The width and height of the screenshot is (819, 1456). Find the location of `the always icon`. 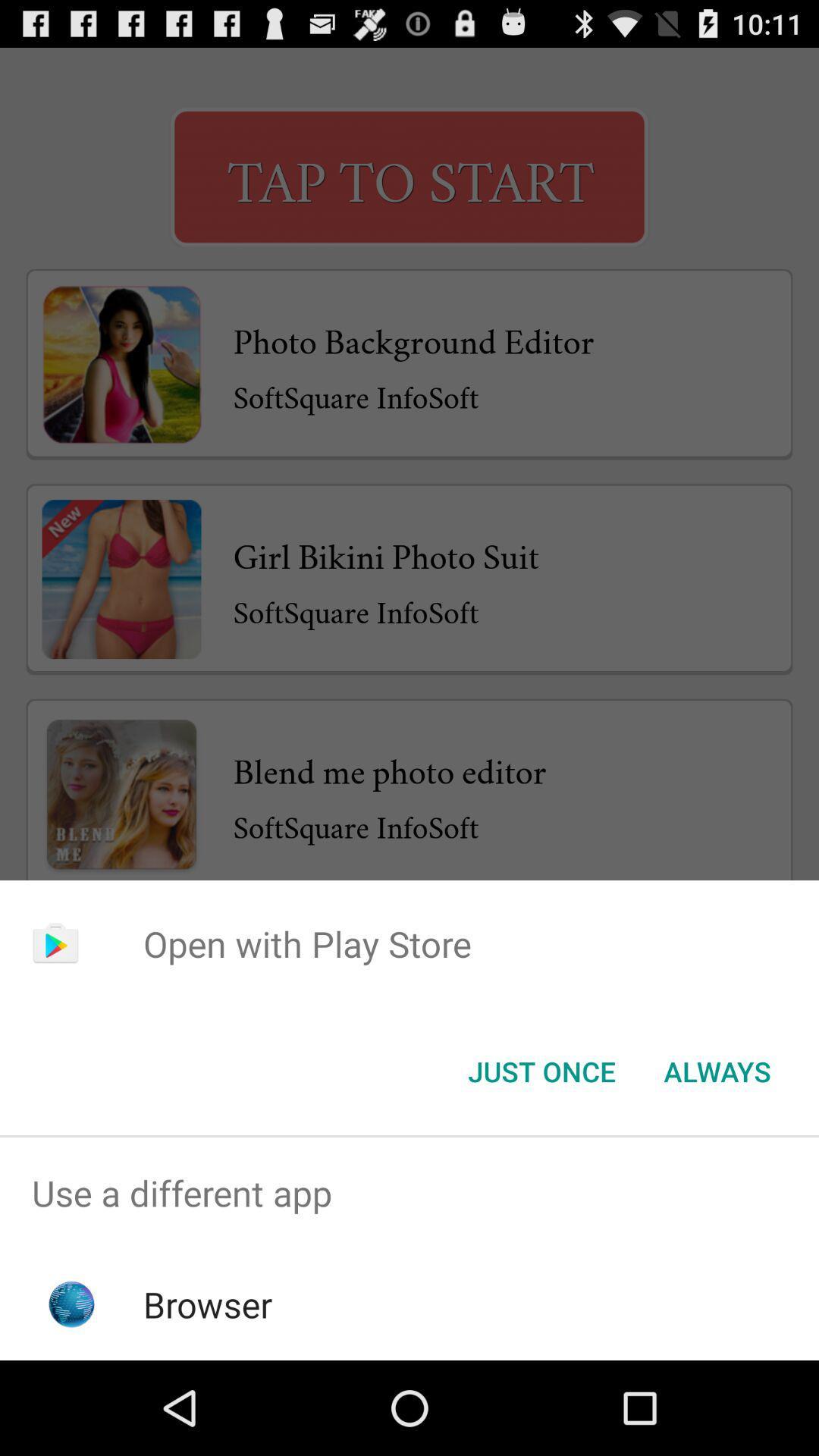

the always icon is located at coordinates (717, 1070).